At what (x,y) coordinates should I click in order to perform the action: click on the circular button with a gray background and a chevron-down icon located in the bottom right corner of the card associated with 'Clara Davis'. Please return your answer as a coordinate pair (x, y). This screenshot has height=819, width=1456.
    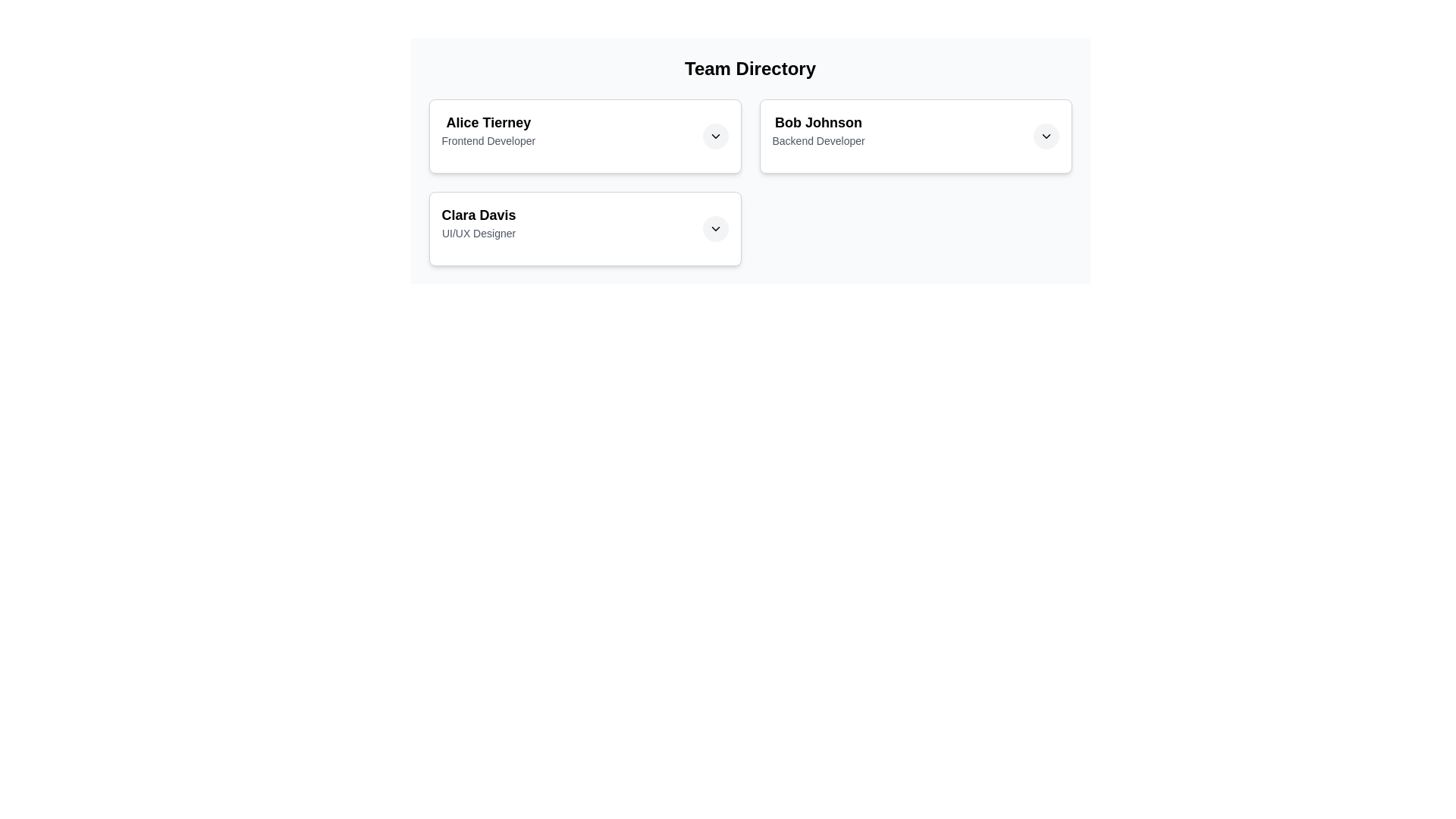
    Looking at the image, I should click on (714, 228).